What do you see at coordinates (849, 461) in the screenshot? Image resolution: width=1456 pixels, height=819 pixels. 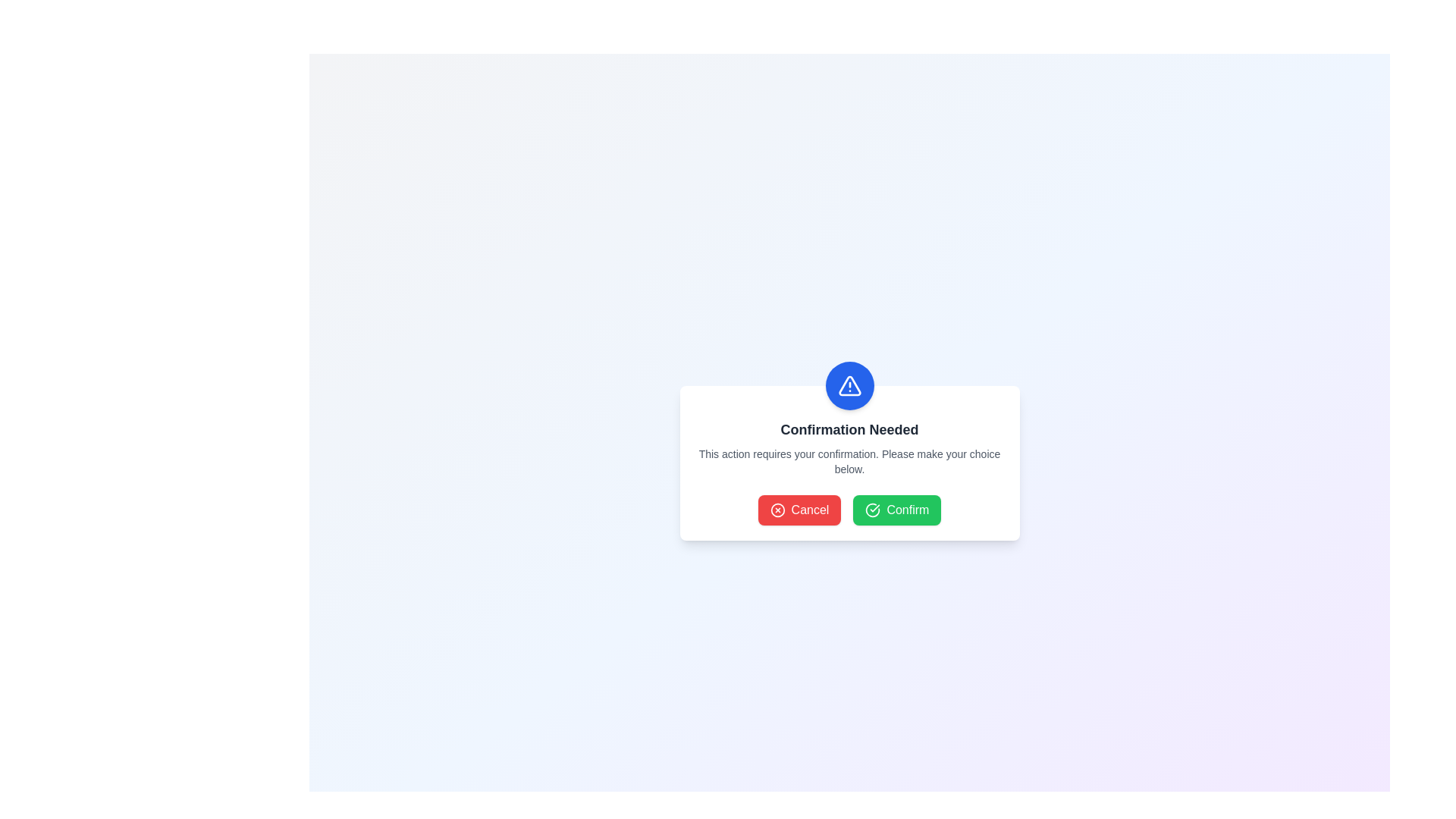 I see `the text block that states 'This action requires your confirmation. Please make your choice below.' which is part of the confirmation dialog box` at bounding box center [849, 461].